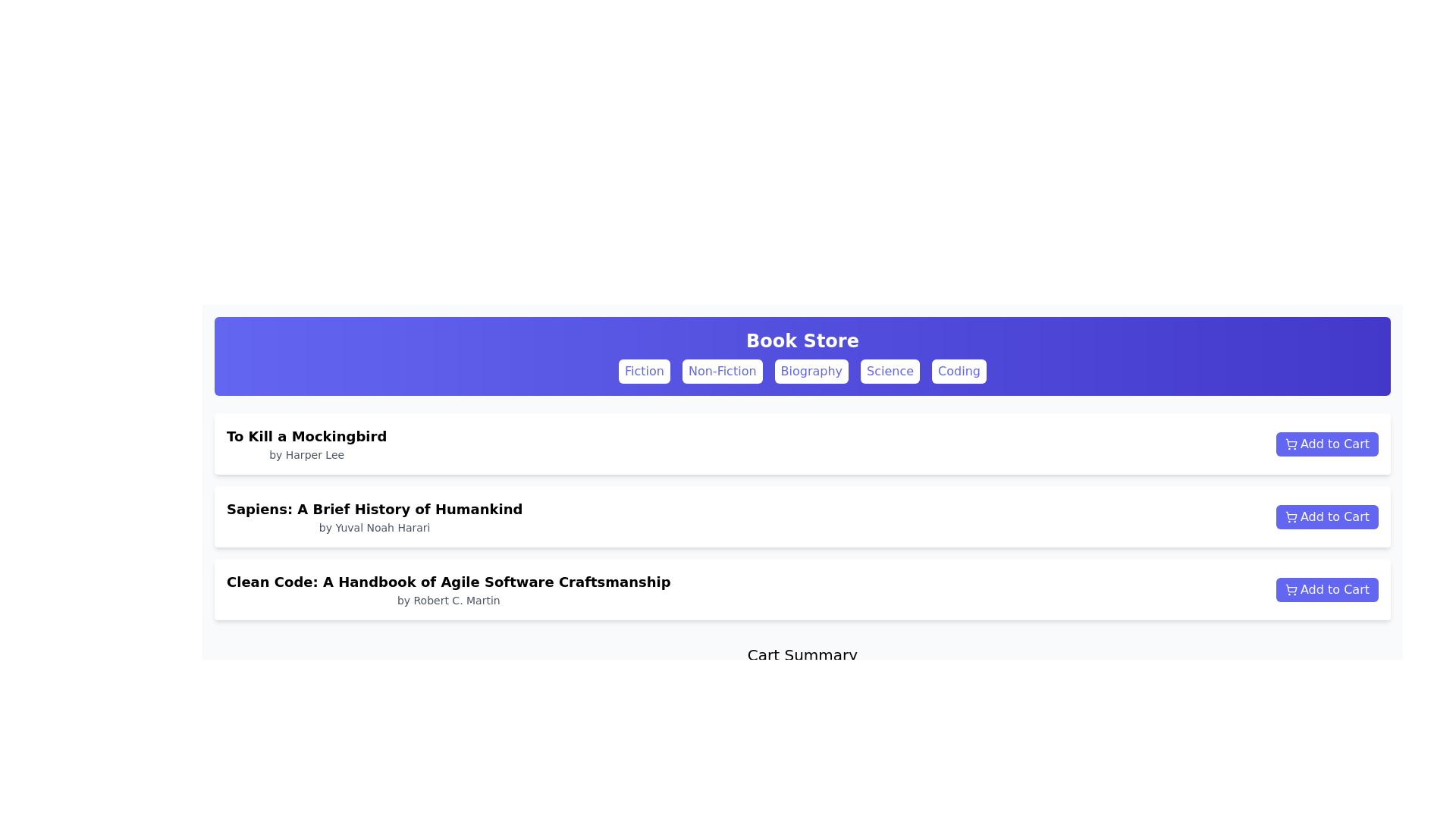 The width and height of the screenshot is (1456, 819). What do you see at coordinates (721, 371) in the screenshot?
I see `the 'Non-Fiction' button, which is a rectangular button with a white background and indigo text` at bounding box center [721, 371].